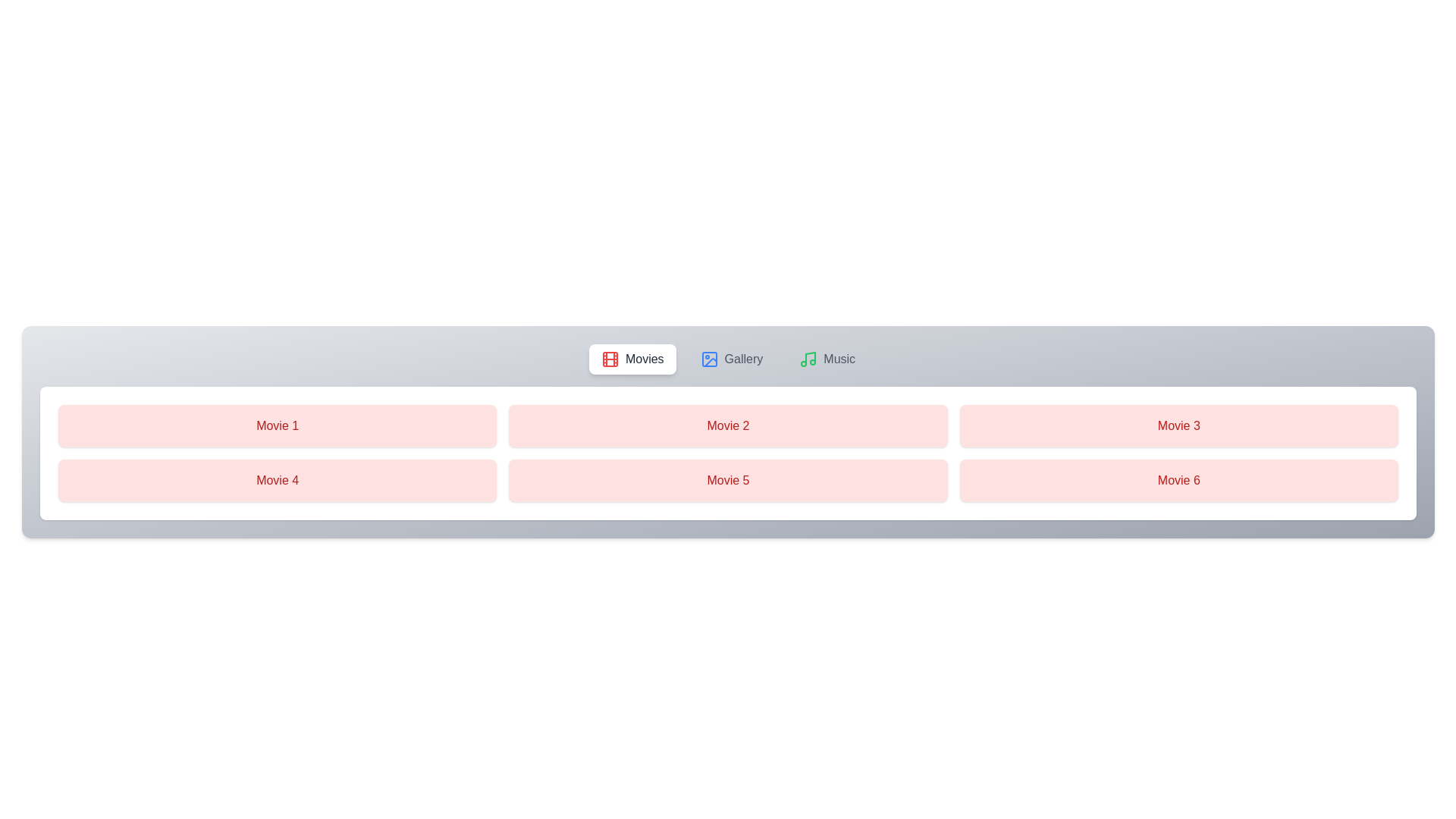  Describe the element at coordinates (827, 359) in the screenshot. I see `the tab labeled Music to observe its visual feedback` at that location.